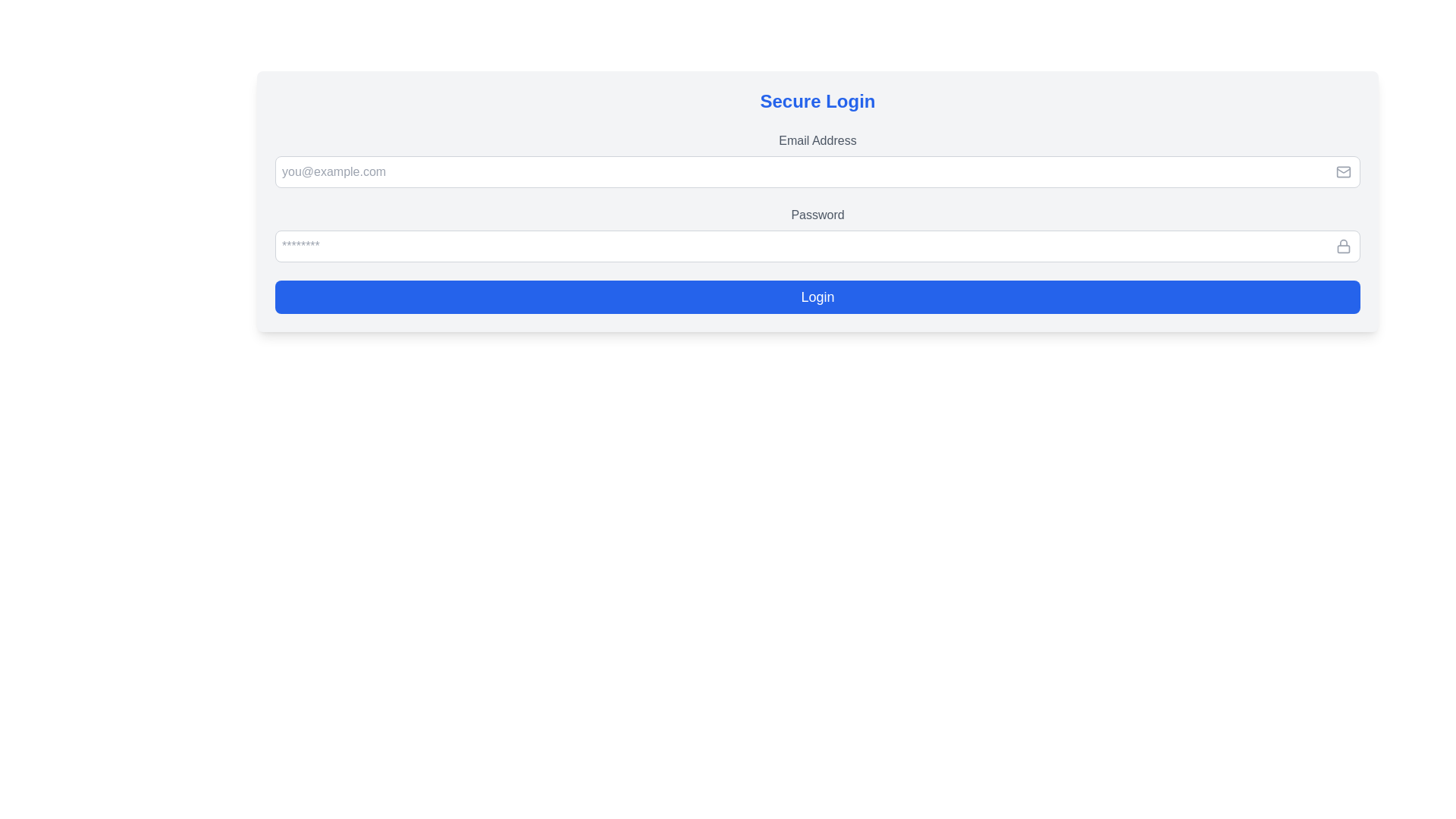  I want to click on the email input area icon located at the right end of the email input box, so click(1343, 171).